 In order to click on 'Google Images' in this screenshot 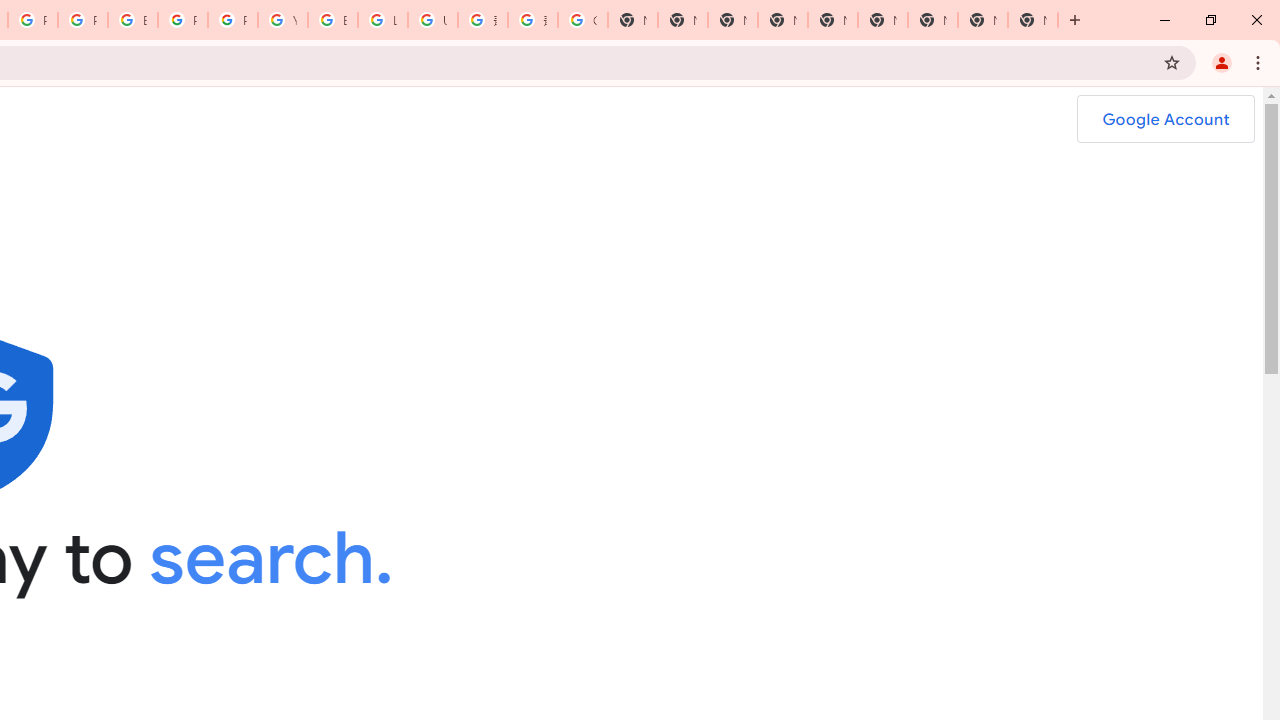, I will do `click(582, 20)`.